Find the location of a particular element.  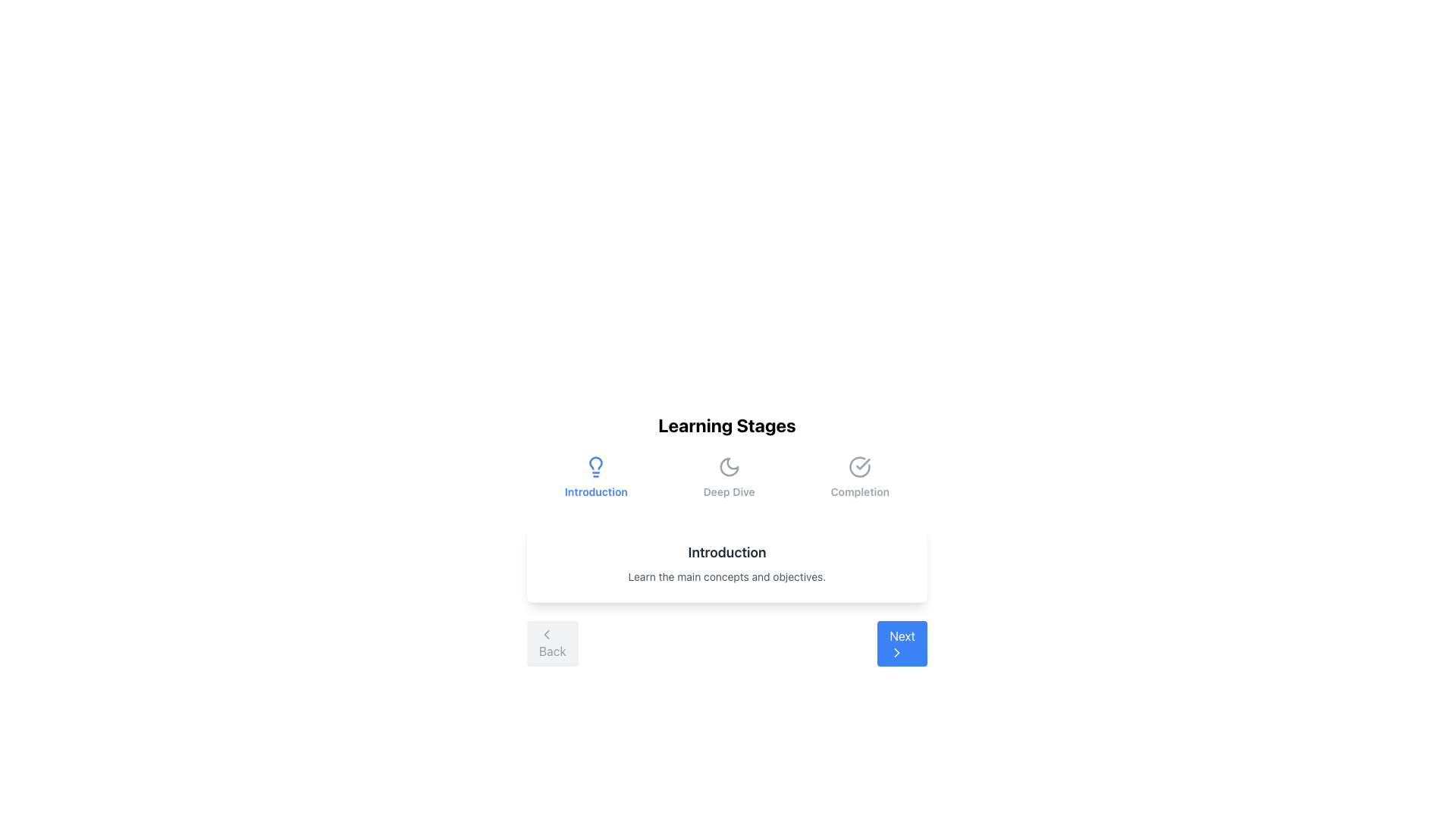

the Text Label that provides a clarifying subtitle or descriptive context regarding the main objectives of the 'Introduction' section, located directly below another text element reading 'Introduction' is located at coordinates (726, 576).